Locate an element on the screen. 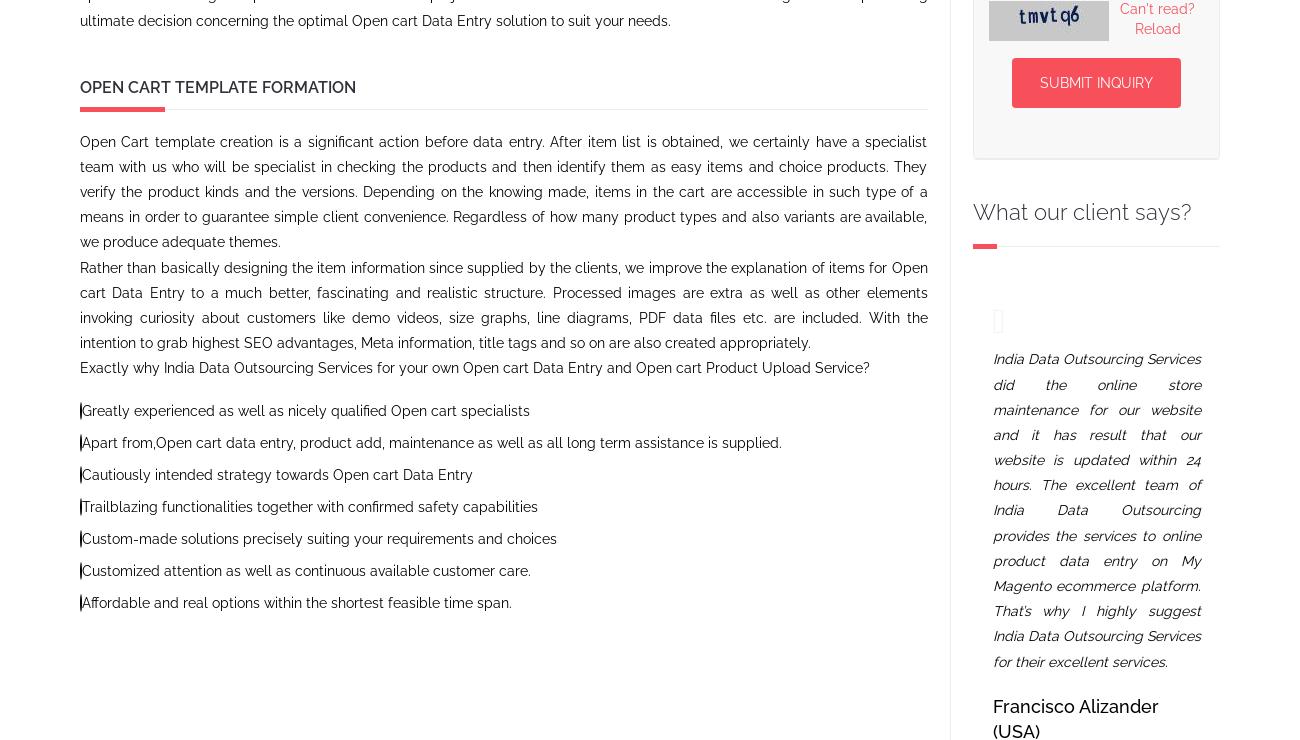 This screenshot has width=1300, height=740. 'Exactly why India Data Outsourcing Services for your own Open cart Data Entry and Open cart Product Upload Service?' is located at coordinates (474, 368).